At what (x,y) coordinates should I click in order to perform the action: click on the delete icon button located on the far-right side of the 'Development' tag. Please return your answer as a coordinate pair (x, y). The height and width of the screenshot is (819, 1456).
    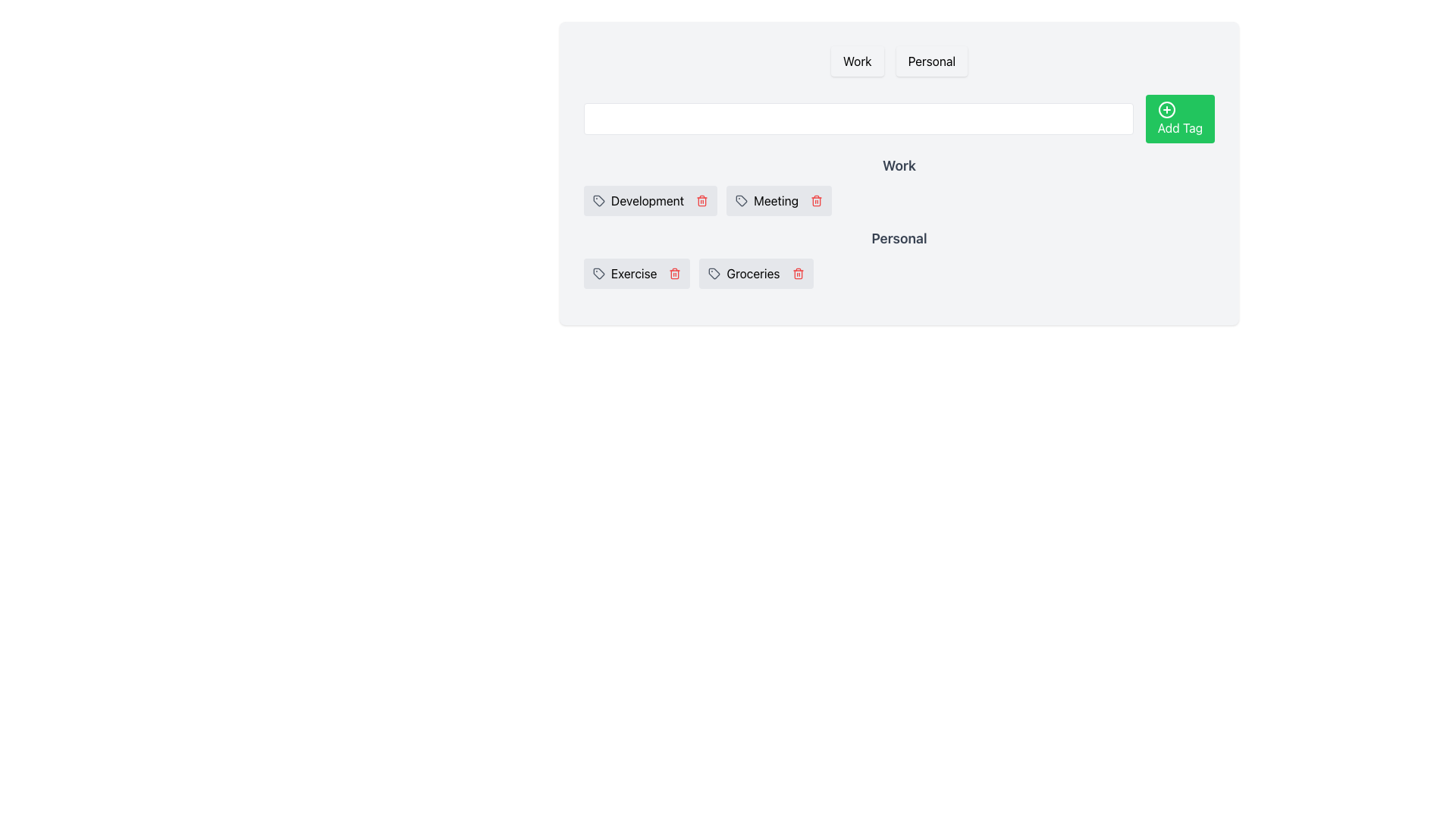
    Looking at the image, I should click on (701, 200).